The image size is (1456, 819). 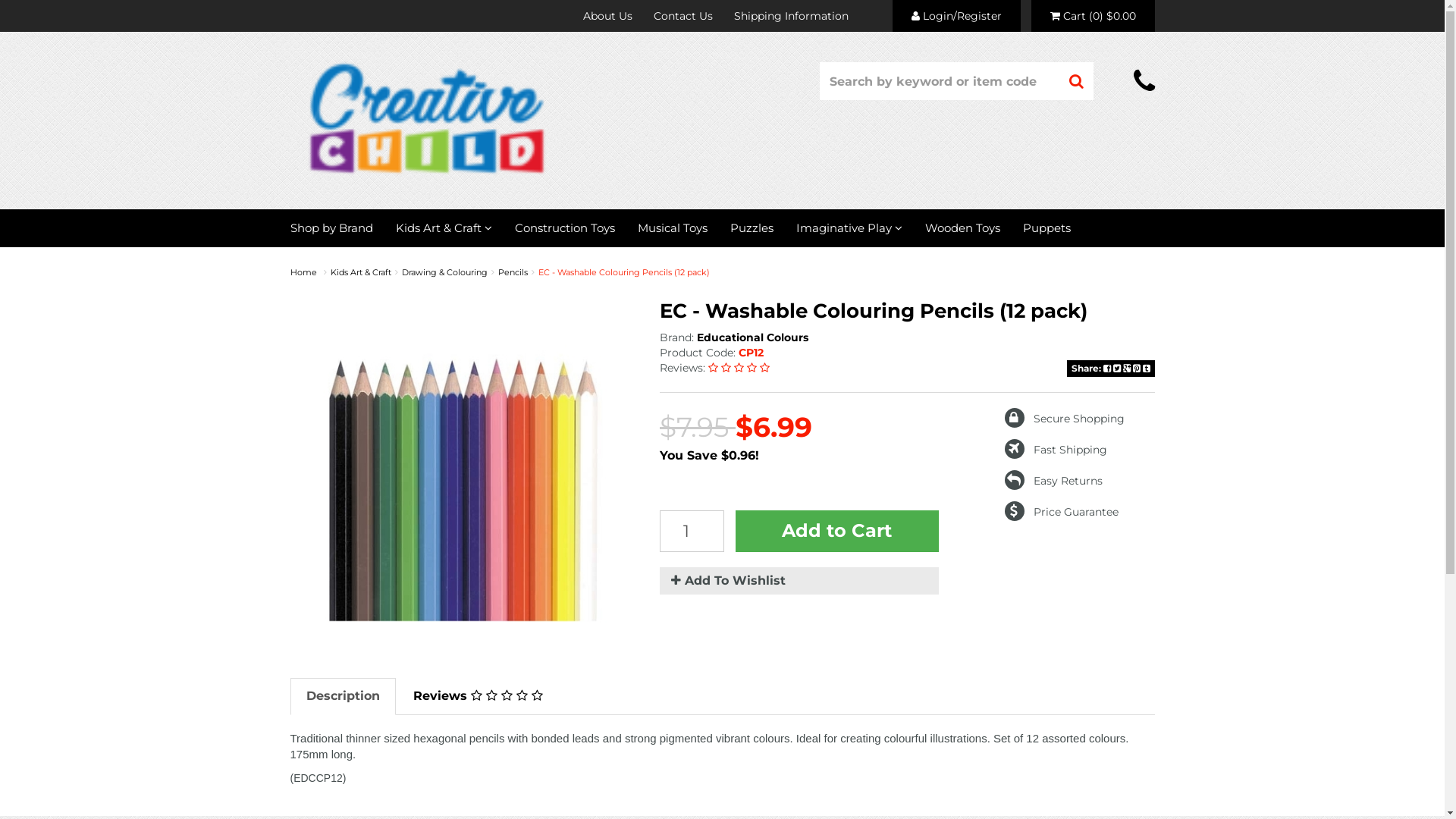 What do you see at coordinates (790, 15) in the screenshot?
I see `'Shipping Information'` at bounding box center [790, 15].